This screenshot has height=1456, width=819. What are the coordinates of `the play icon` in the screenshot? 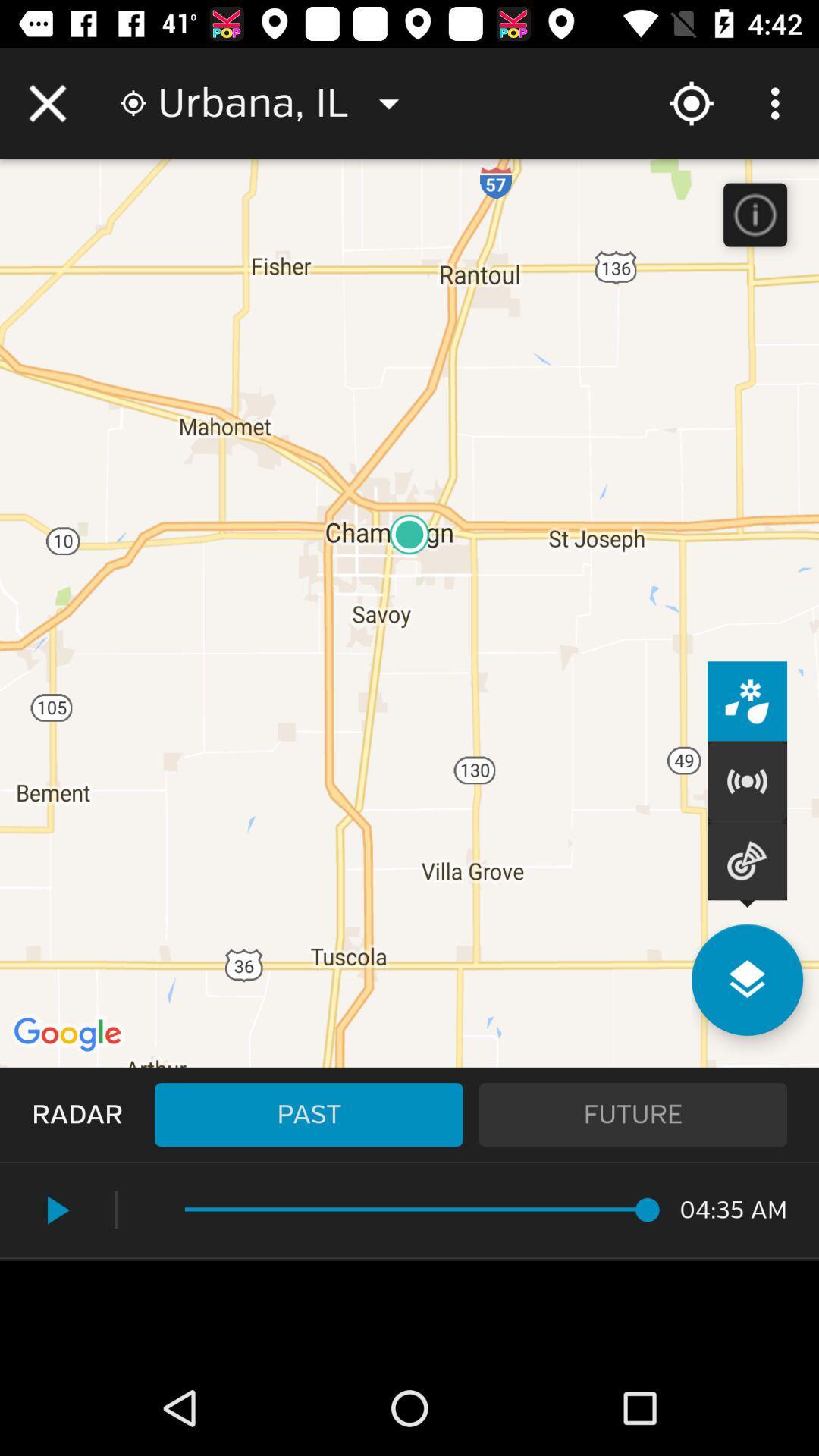 It's located at (55, 1210).